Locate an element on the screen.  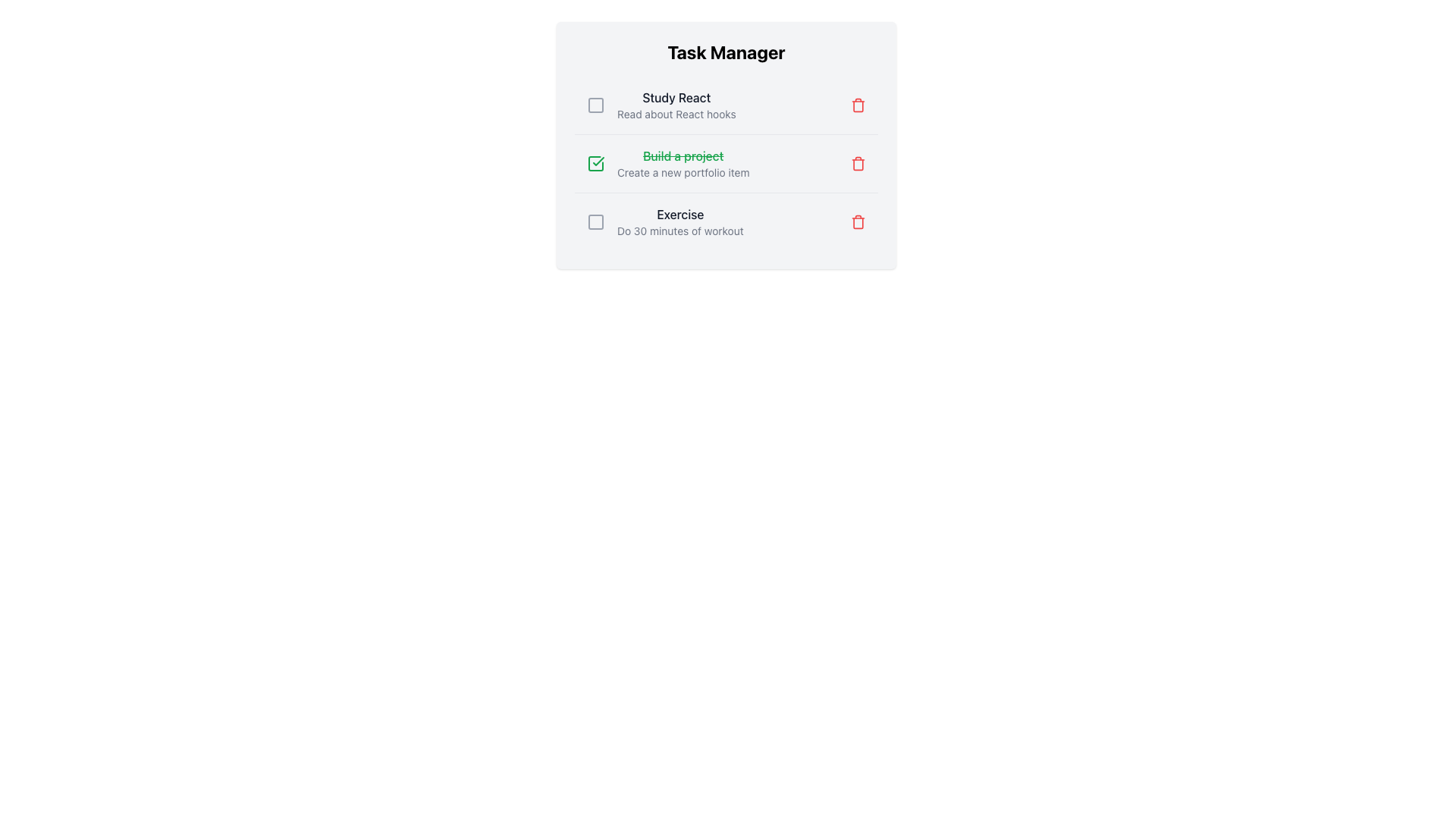
the text label displaying 'Do 30 minutes of workout' which is located below the title 'Exercise' in the task manager interface is located at coordinates (679, 231).